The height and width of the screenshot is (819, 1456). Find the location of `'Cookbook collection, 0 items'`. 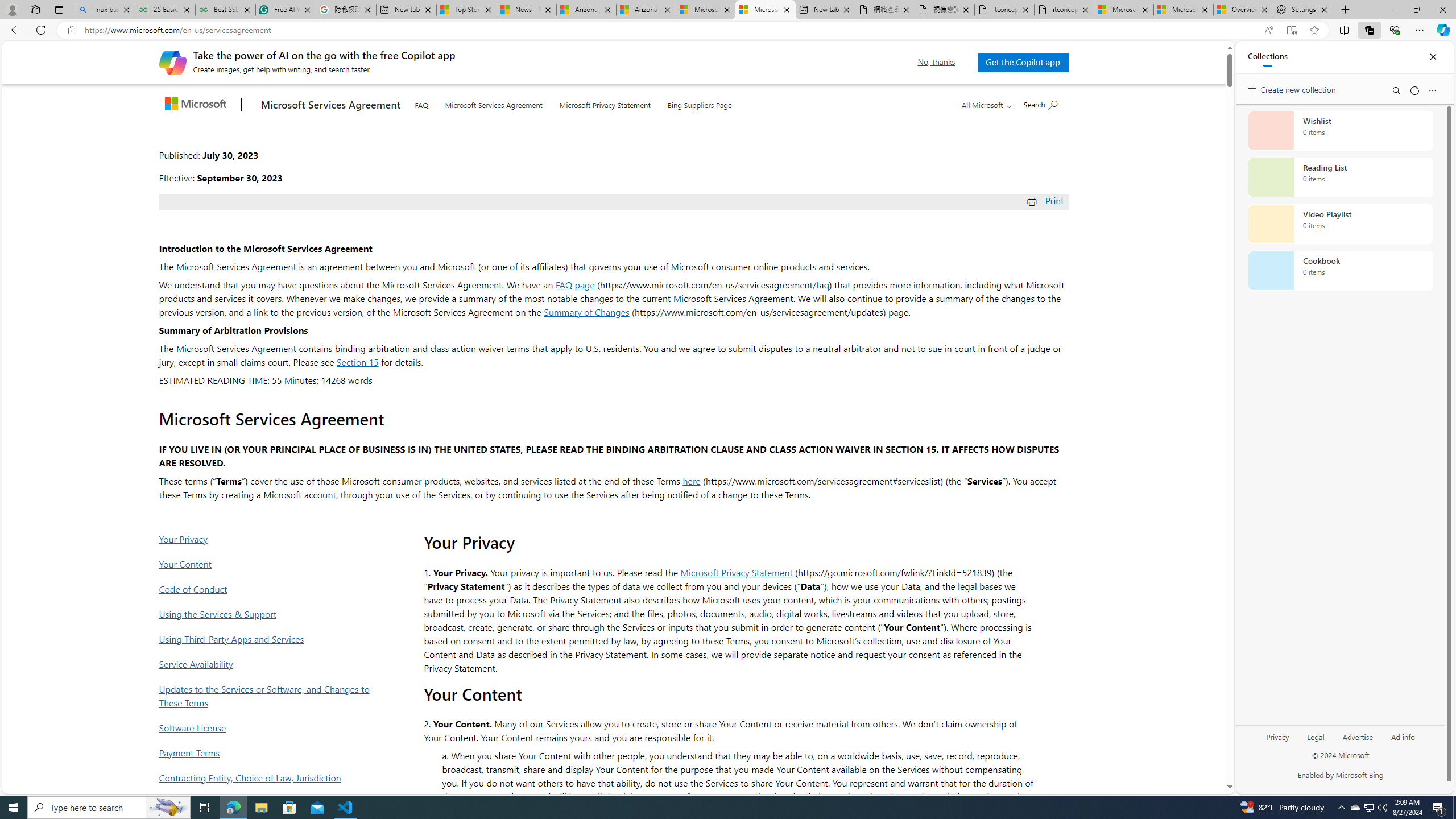

'Cookbook collection, 0 items' is located at coordinates (1340, 270).